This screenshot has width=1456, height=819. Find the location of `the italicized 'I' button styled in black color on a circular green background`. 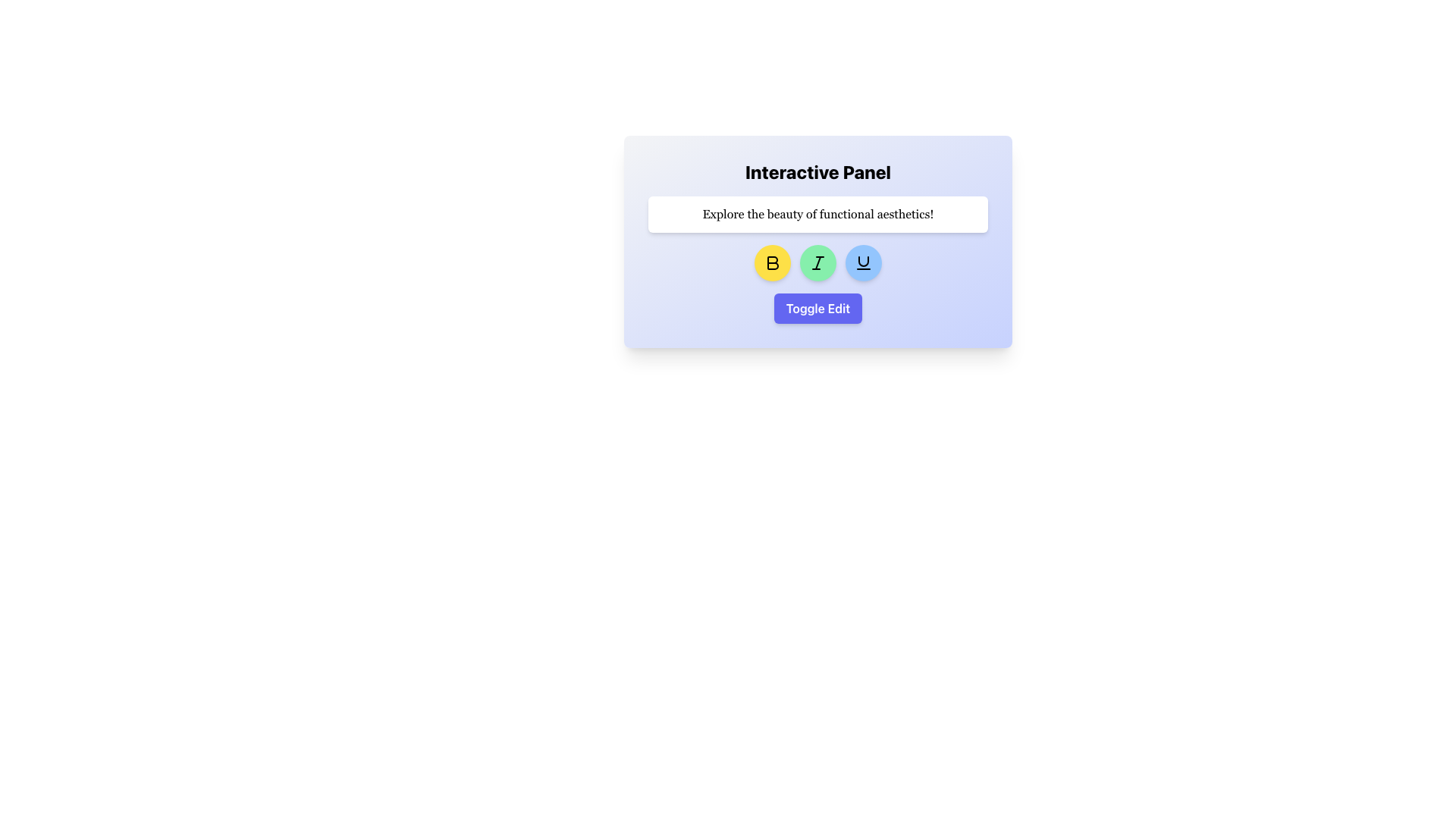

the italicized 'I' button styled in black color on a circular green background is located at coordinates (817, 262).